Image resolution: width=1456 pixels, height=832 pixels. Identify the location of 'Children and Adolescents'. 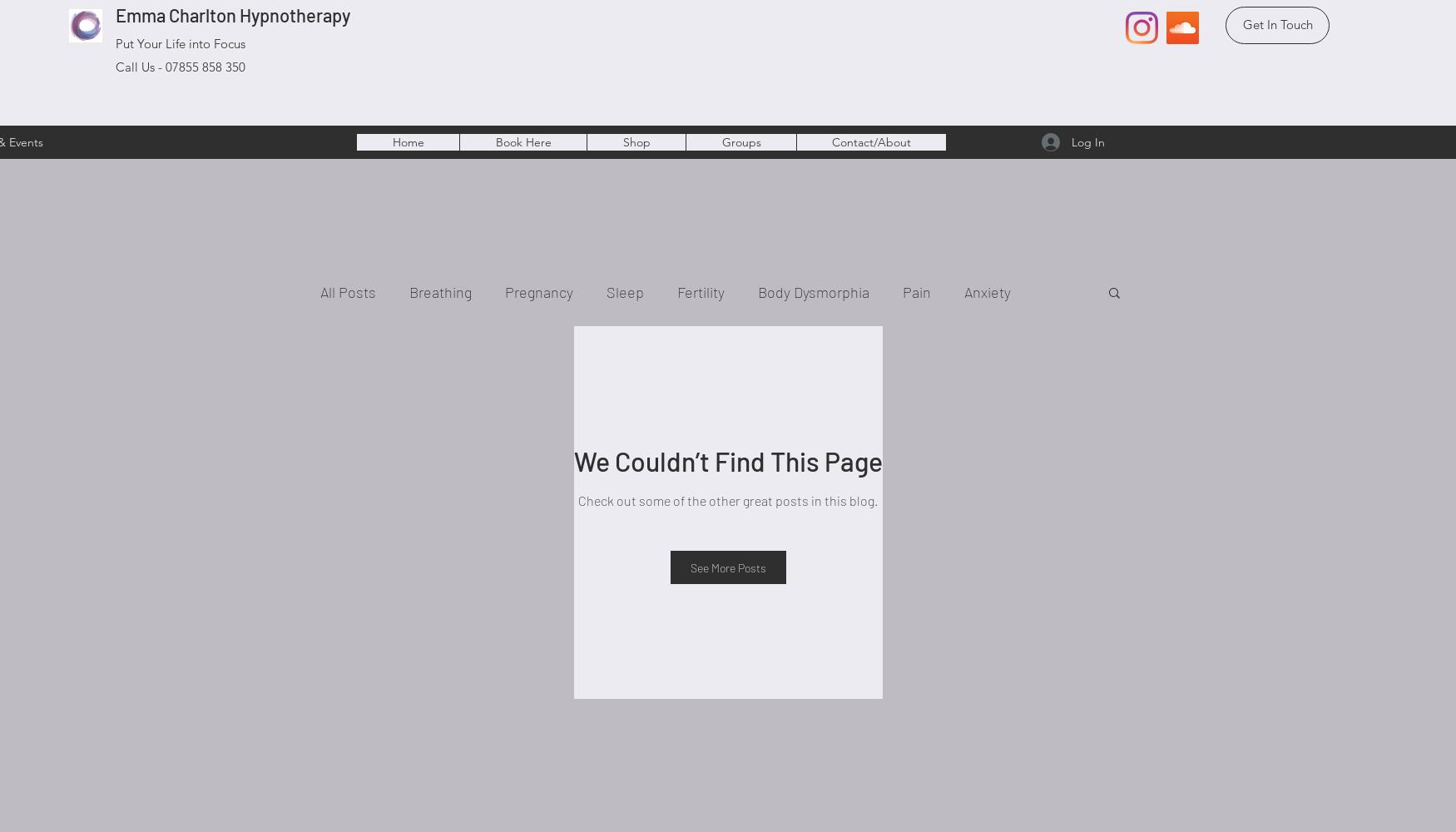
(435, 359).